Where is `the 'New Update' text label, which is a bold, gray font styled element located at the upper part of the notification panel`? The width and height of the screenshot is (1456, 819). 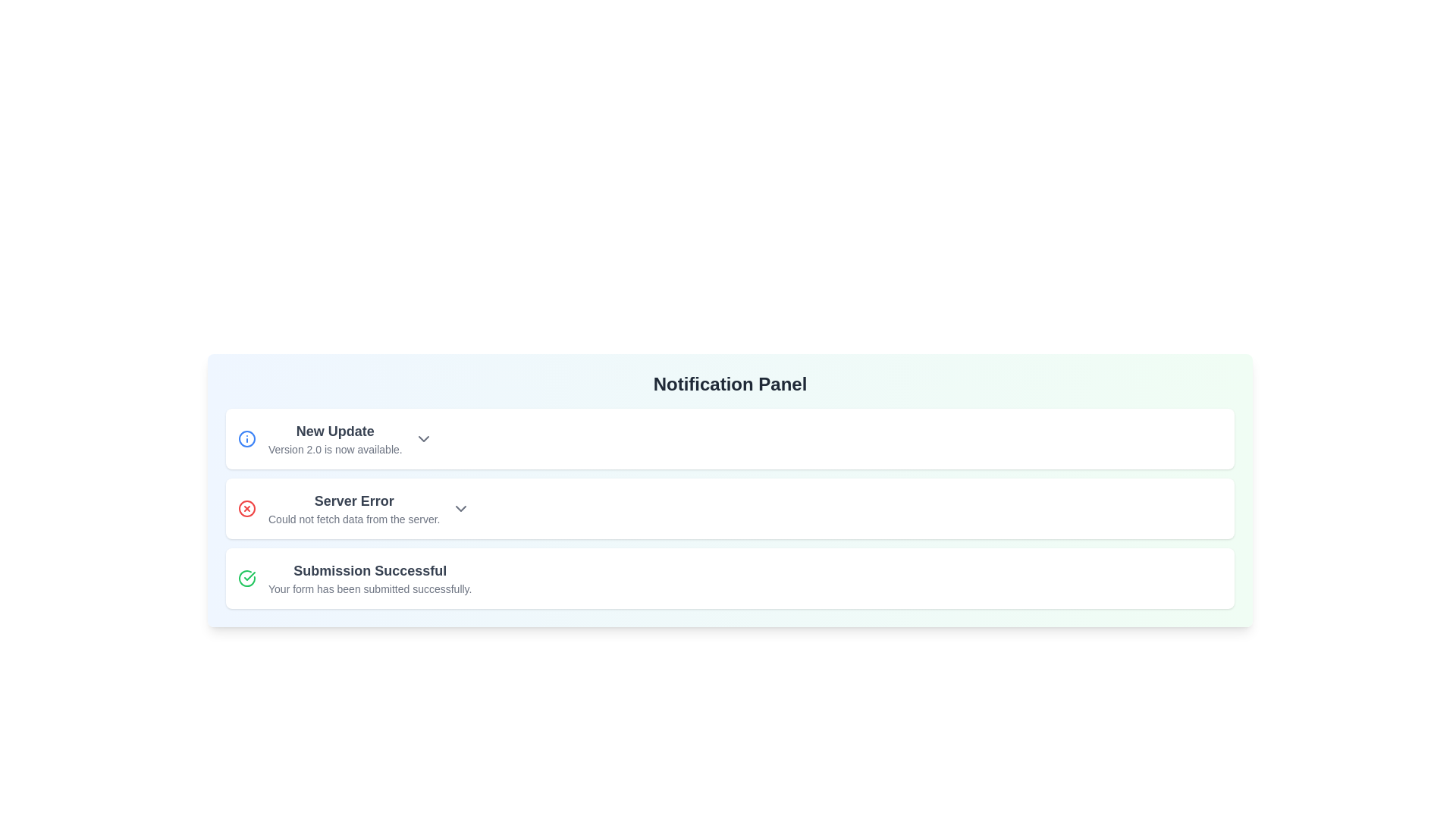 the 'New Update' text label, which is a bold, gray font styled element located at the upper part of the notification panel is located at coordinates (334, 431).